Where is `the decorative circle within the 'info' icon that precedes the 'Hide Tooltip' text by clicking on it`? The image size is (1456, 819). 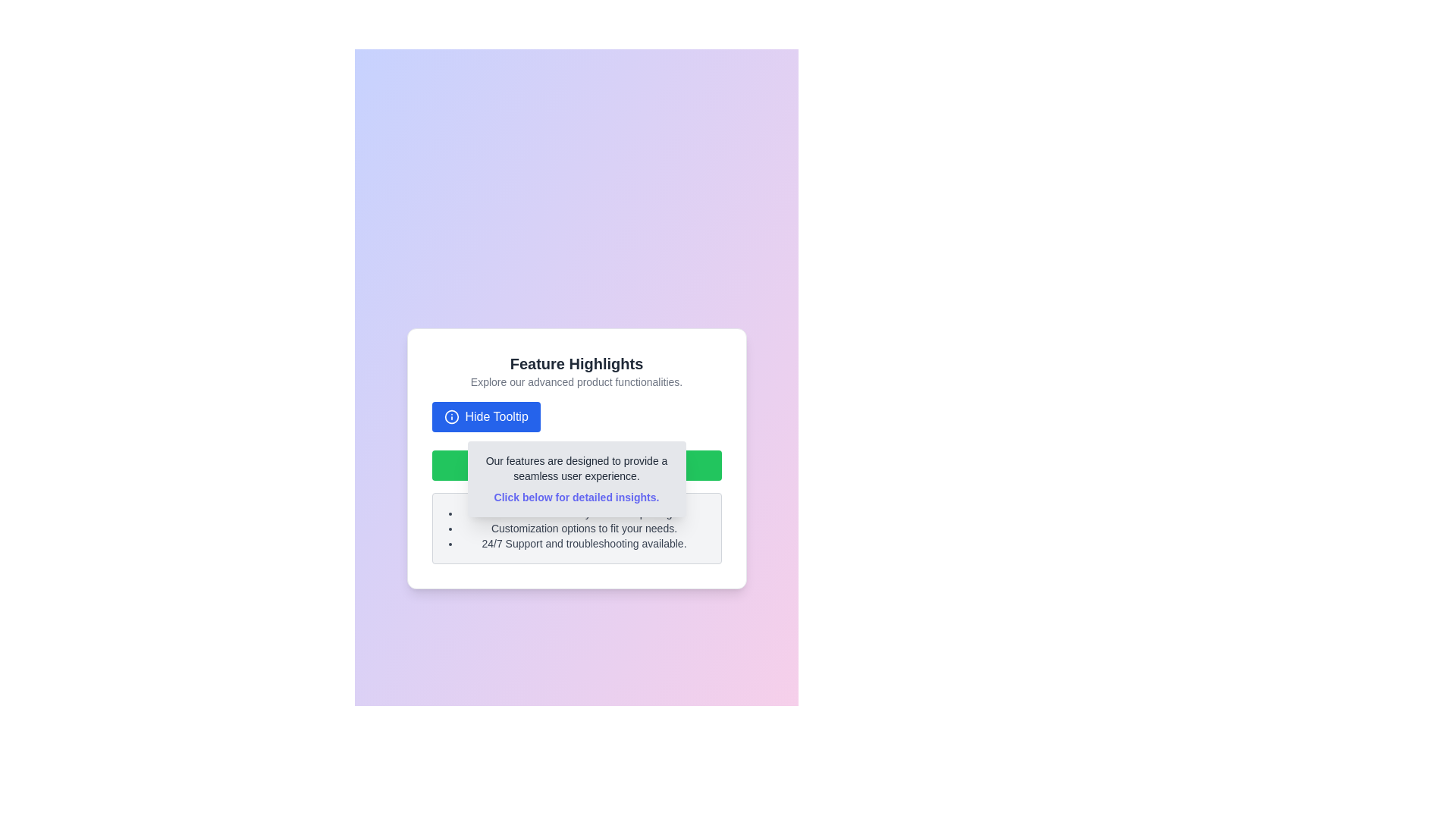 the decorative circle within the 'info' icon that precedes the 'Hide Tooltip' text by clicking on it is located at coordinates (450, 417).